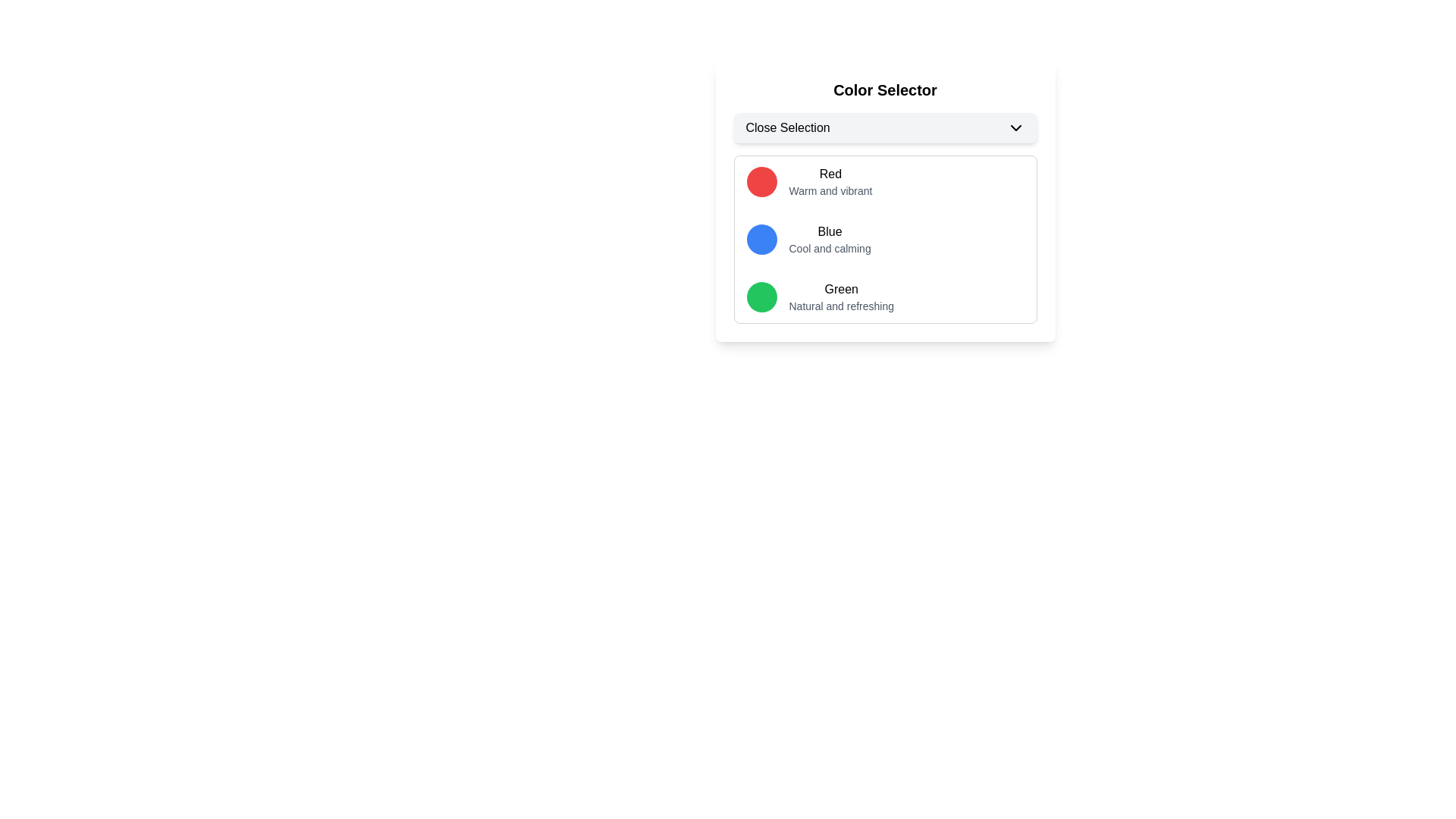  I want to click on the descriptive text element that provides information about the color 'Blue', located below the 'Blue' label in the 'Color Selector' panel, so click(829, 247).